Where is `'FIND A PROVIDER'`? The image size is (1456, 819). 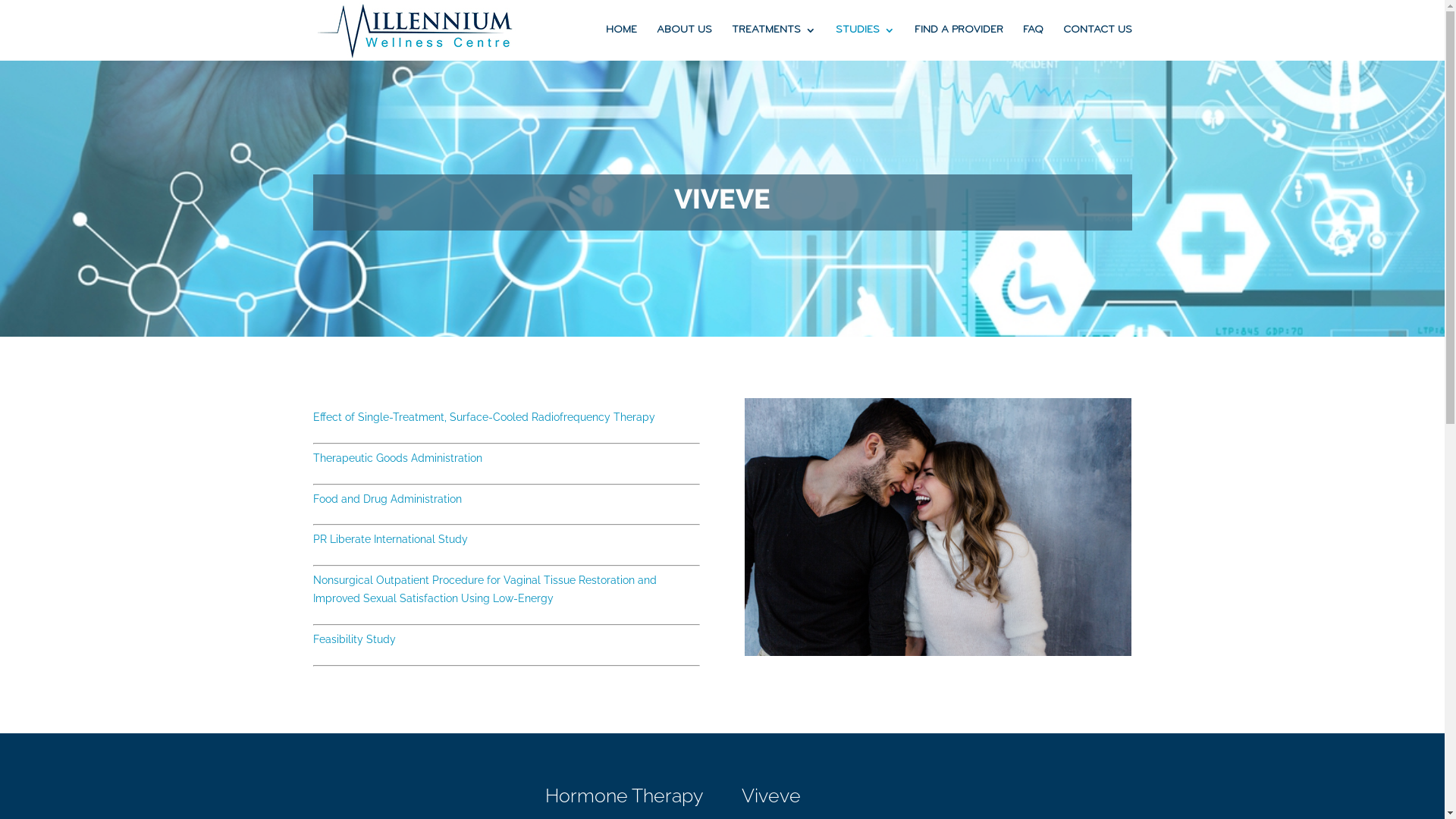 'FIND A PROVIDER' is located at coordinates (958, 42).